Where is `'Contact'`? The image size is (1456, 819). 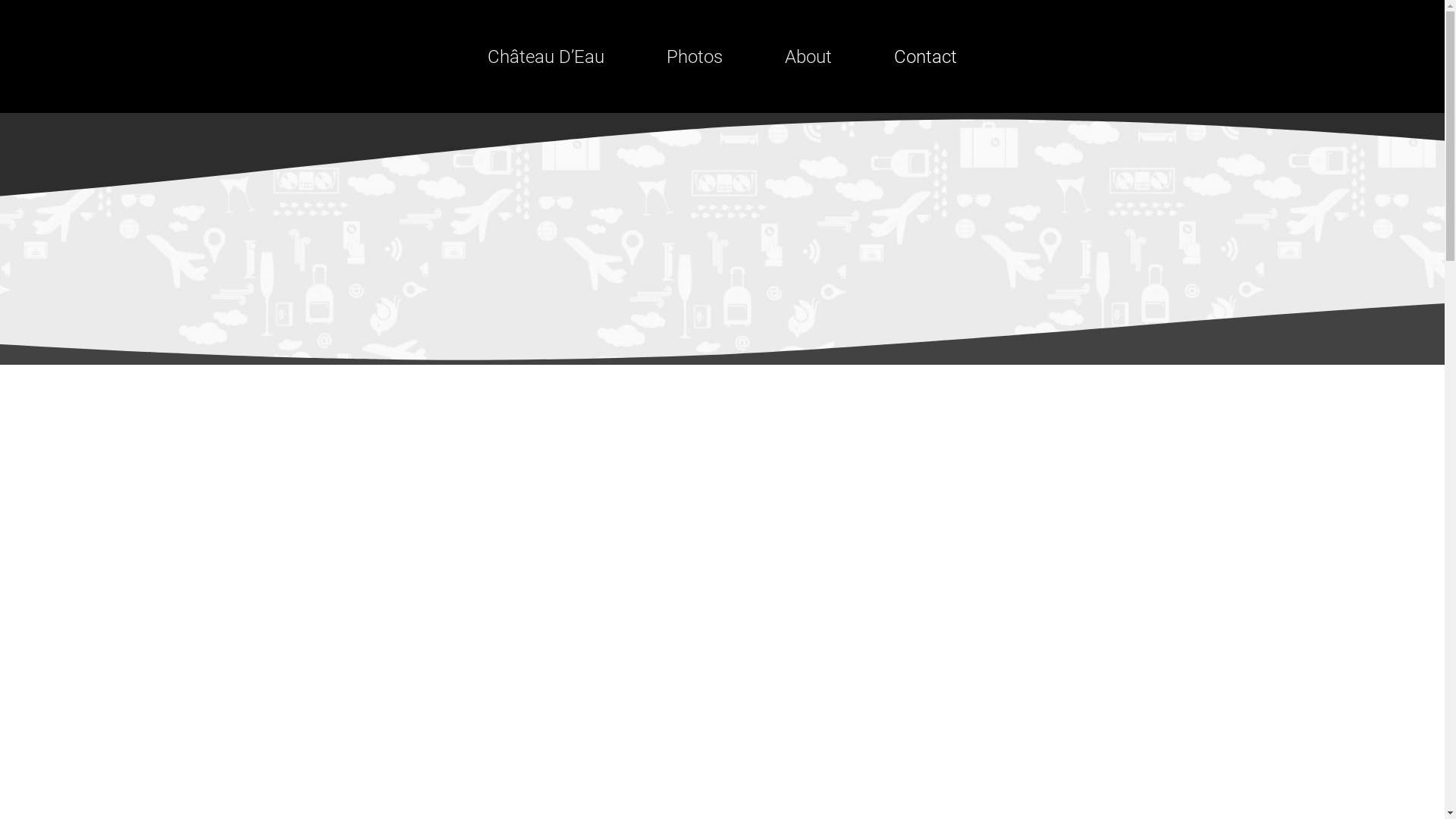
'Contact' is located at coordinates (924, 55).